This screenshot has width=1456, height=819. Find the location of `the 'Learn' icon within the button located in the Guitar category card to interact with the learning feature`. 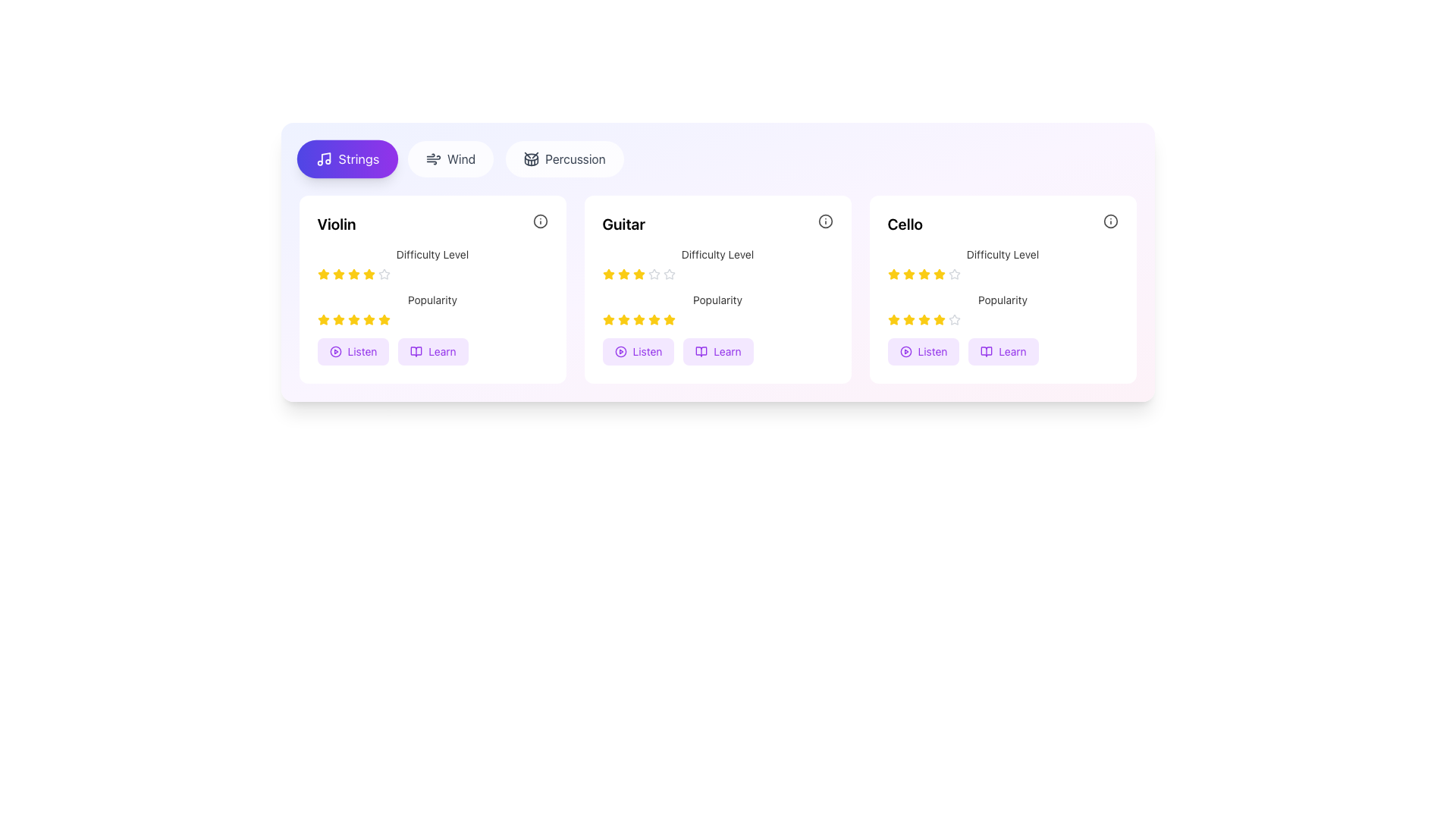

the 'Learn' icon within the button located in the Guitar category card to interact with the learning feature is located at coordinates (701, 351).